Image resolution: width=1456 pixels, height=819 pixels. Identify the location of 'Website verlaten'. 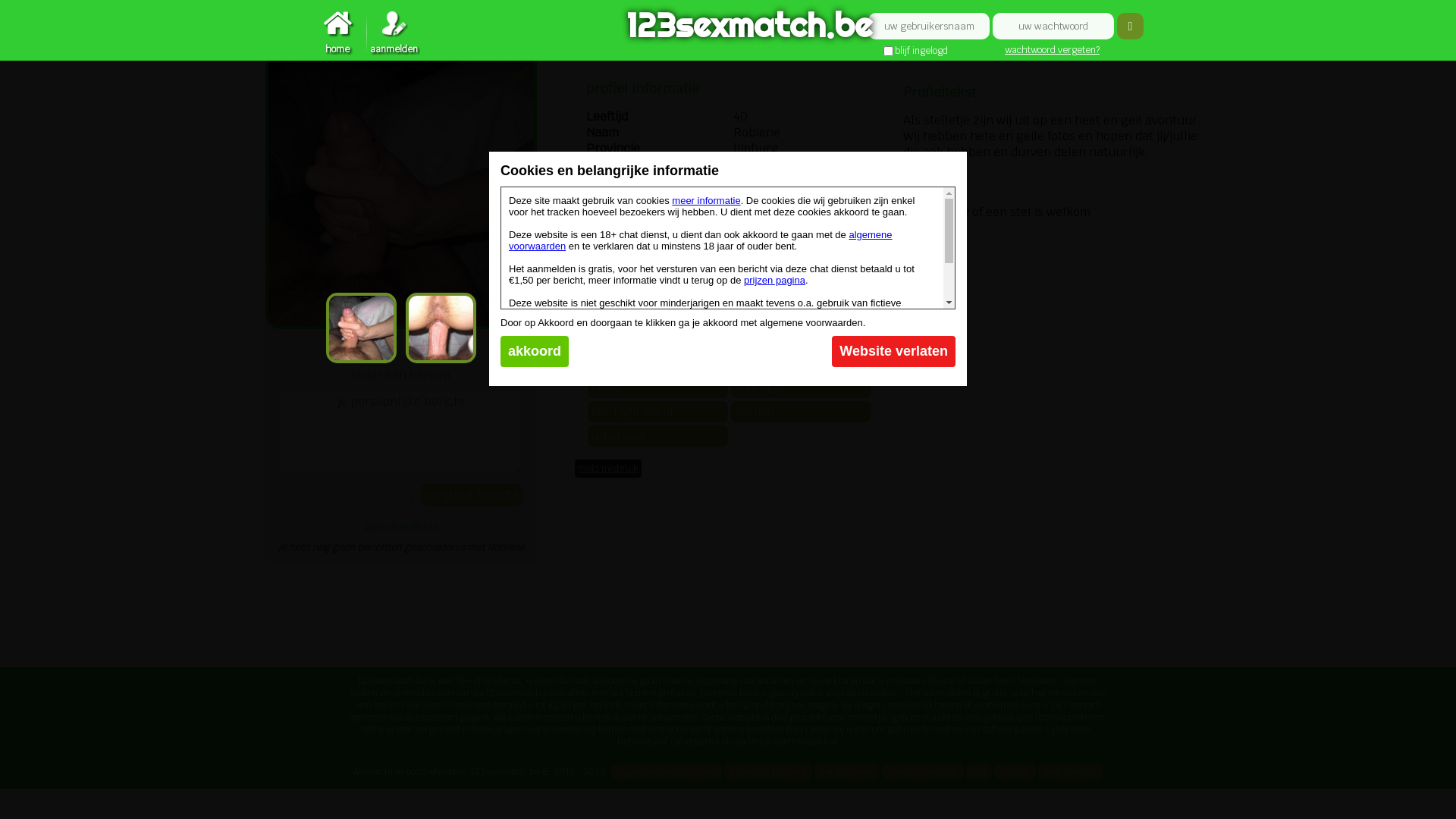
(893, 351).